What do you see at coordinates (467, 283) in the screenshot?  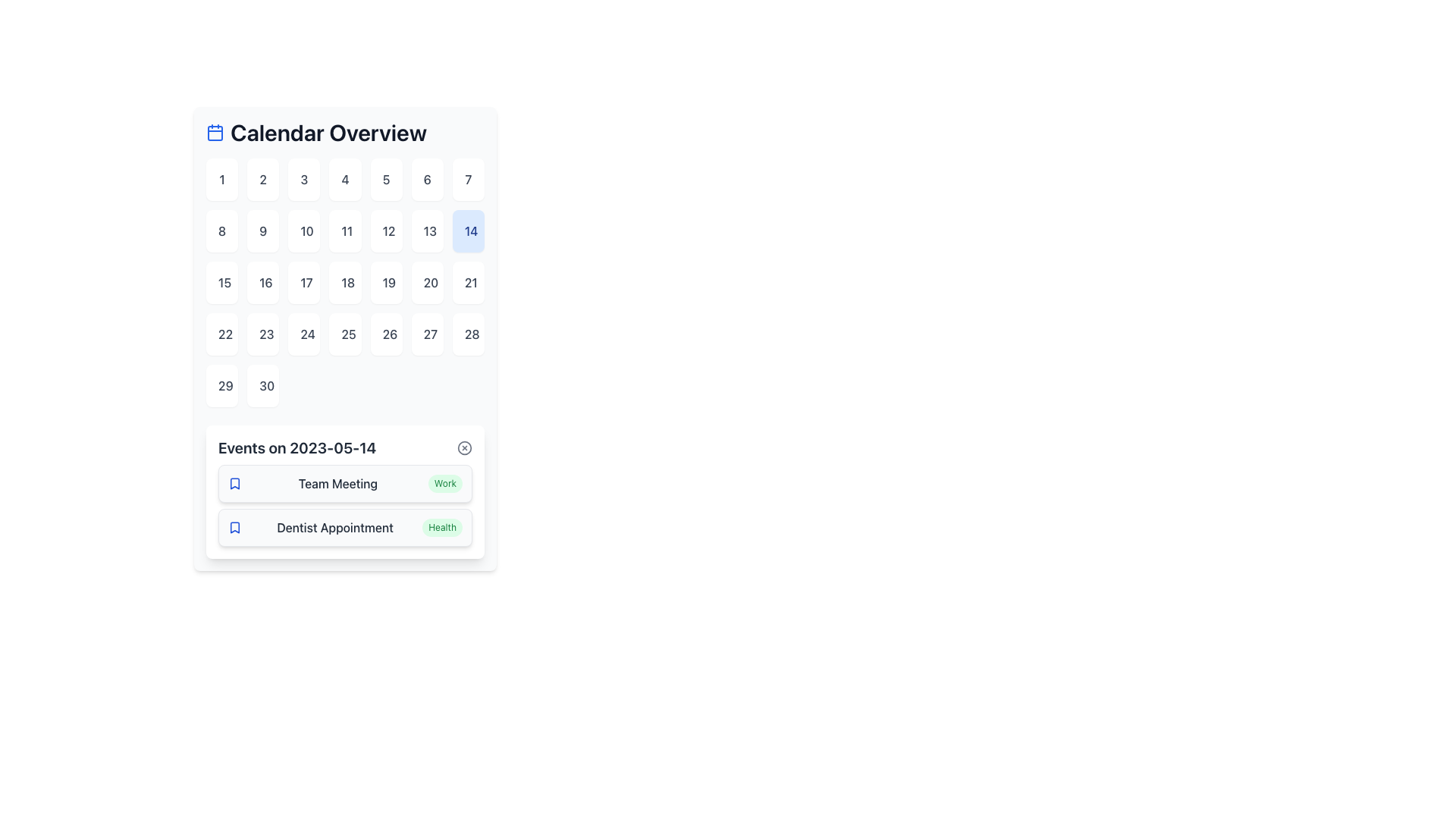 I see `the date button in the Calendar Overview section located in the third row, seventh column` at bounding box center [467, 283].